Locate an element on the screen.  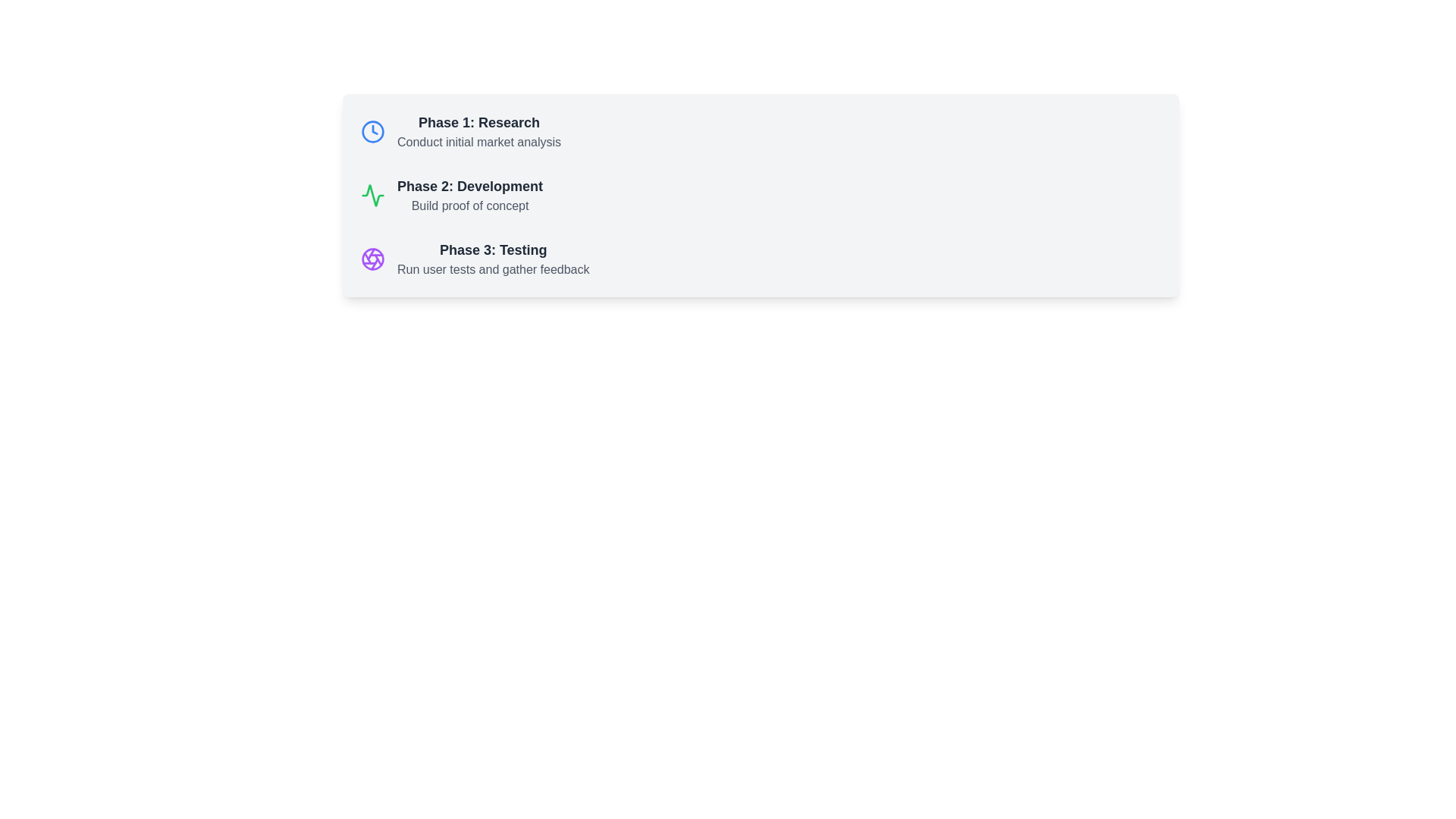
the SVG Circle Shape that represents a clock icon in the 'Phase 1: Research' section, located on the left side of the vertical list of phases is located at coordinates (372, 130).